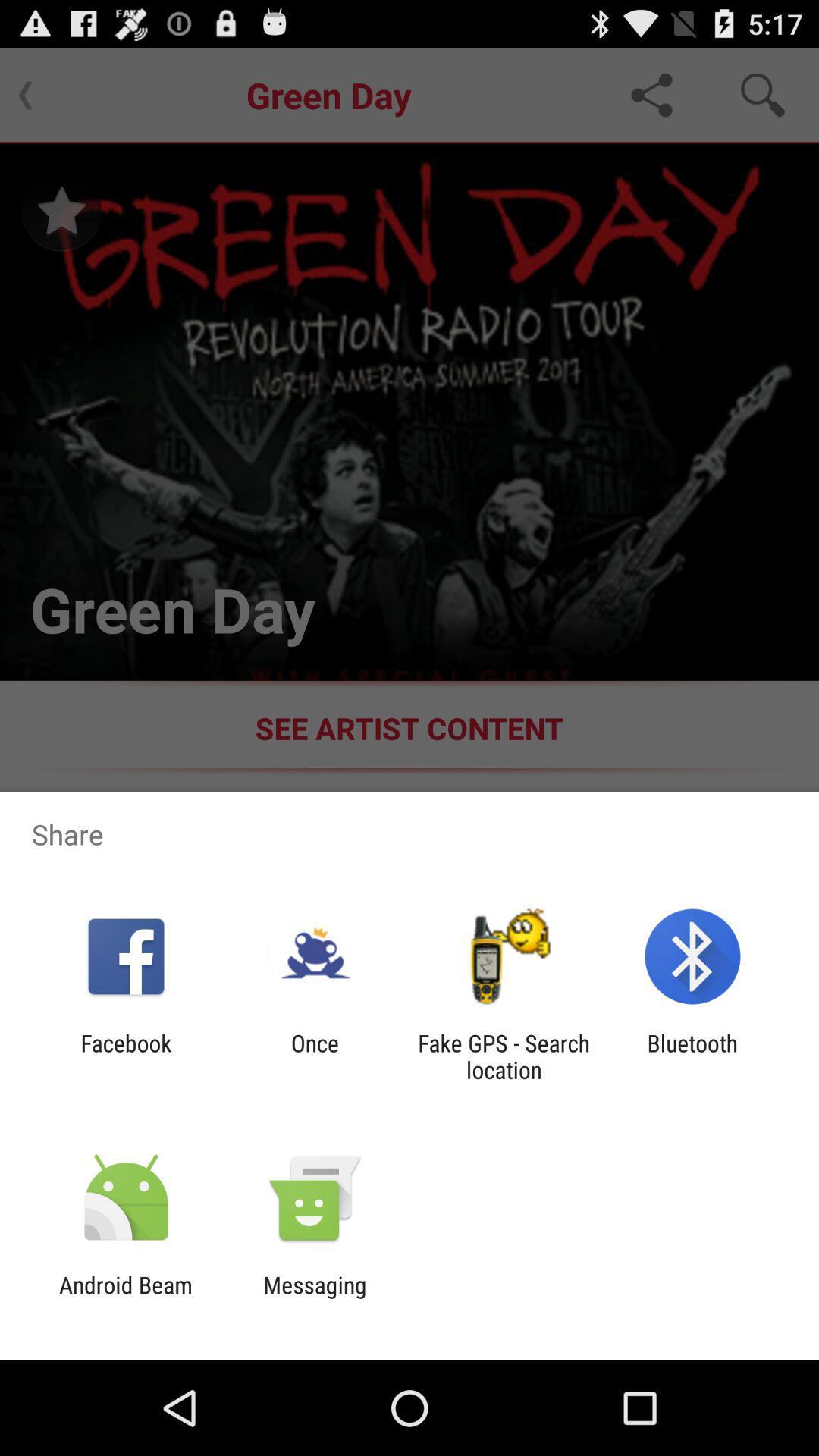 The image size is (819, 1456). I want to click on item next to fake gps search, so click(314, 1056).